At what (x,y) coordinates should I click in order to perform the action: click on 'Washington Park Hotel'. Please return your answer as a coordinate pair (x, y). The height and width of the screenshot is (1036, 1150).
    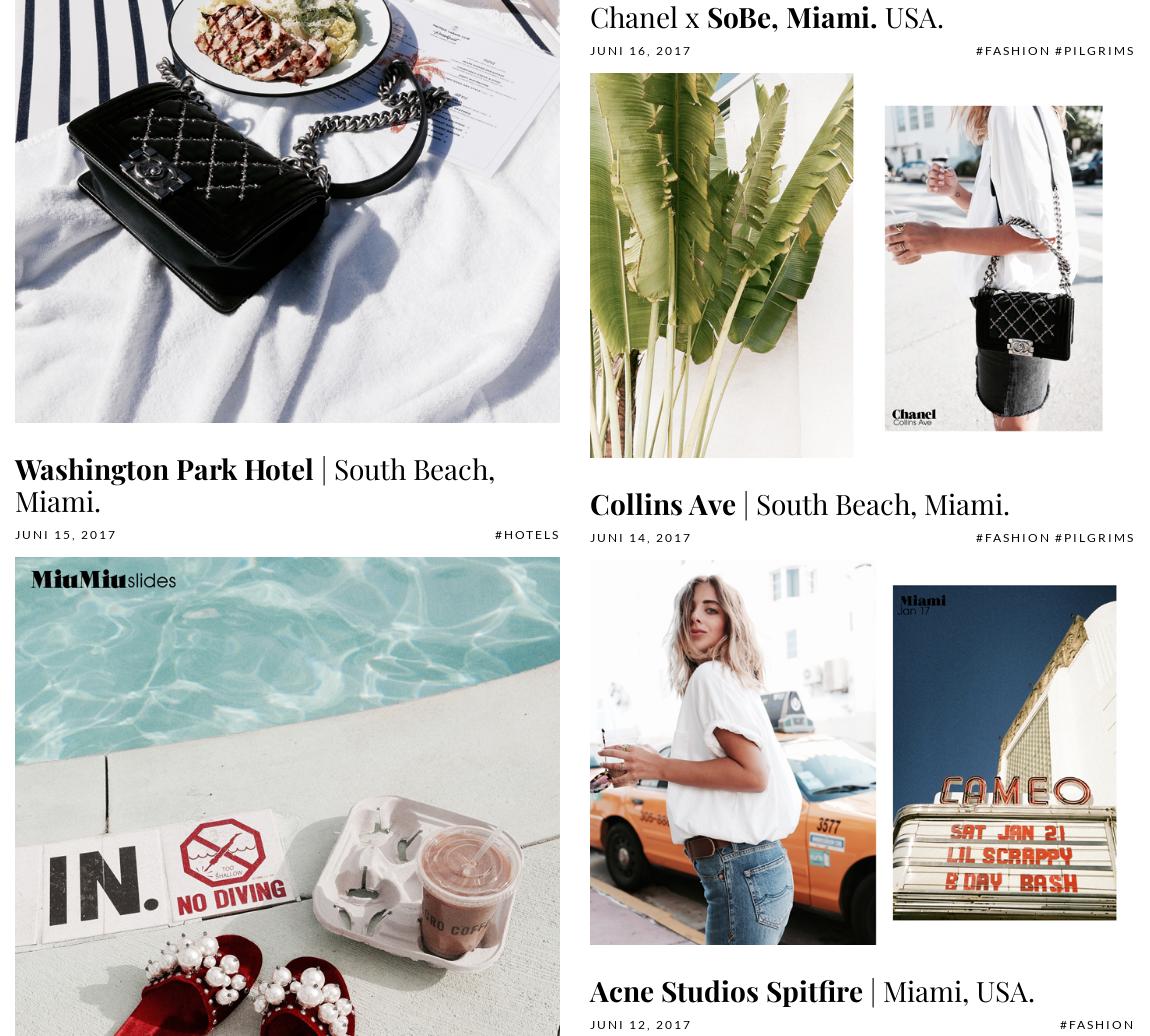
    Looking at the image, I should click on (163, 468).